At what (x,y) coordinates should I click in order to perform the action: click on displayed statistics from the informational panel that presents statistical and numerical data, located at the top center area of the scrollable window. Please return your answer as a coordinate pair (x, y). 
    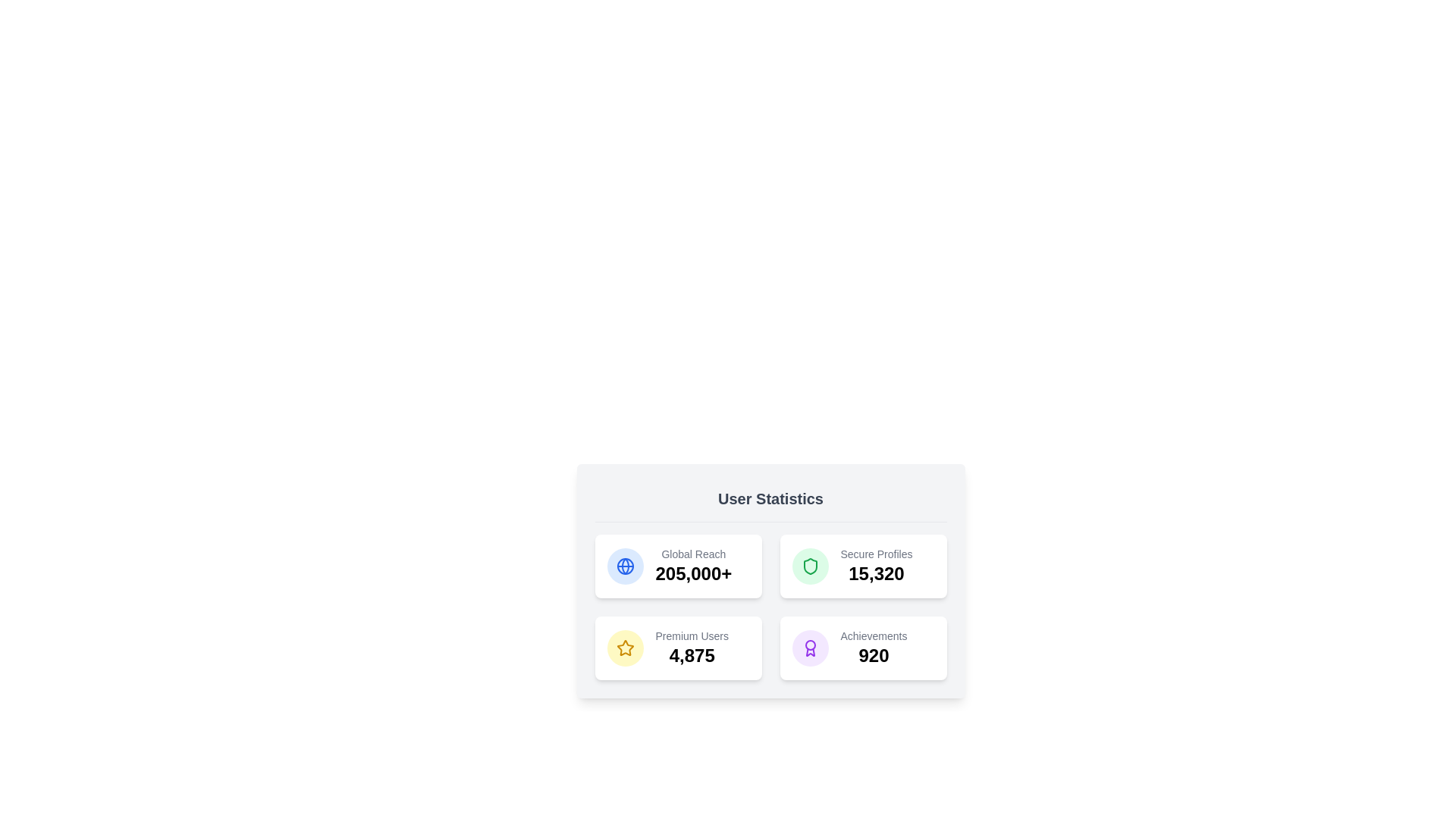
    Looking at the image, I should click on (770, 580).